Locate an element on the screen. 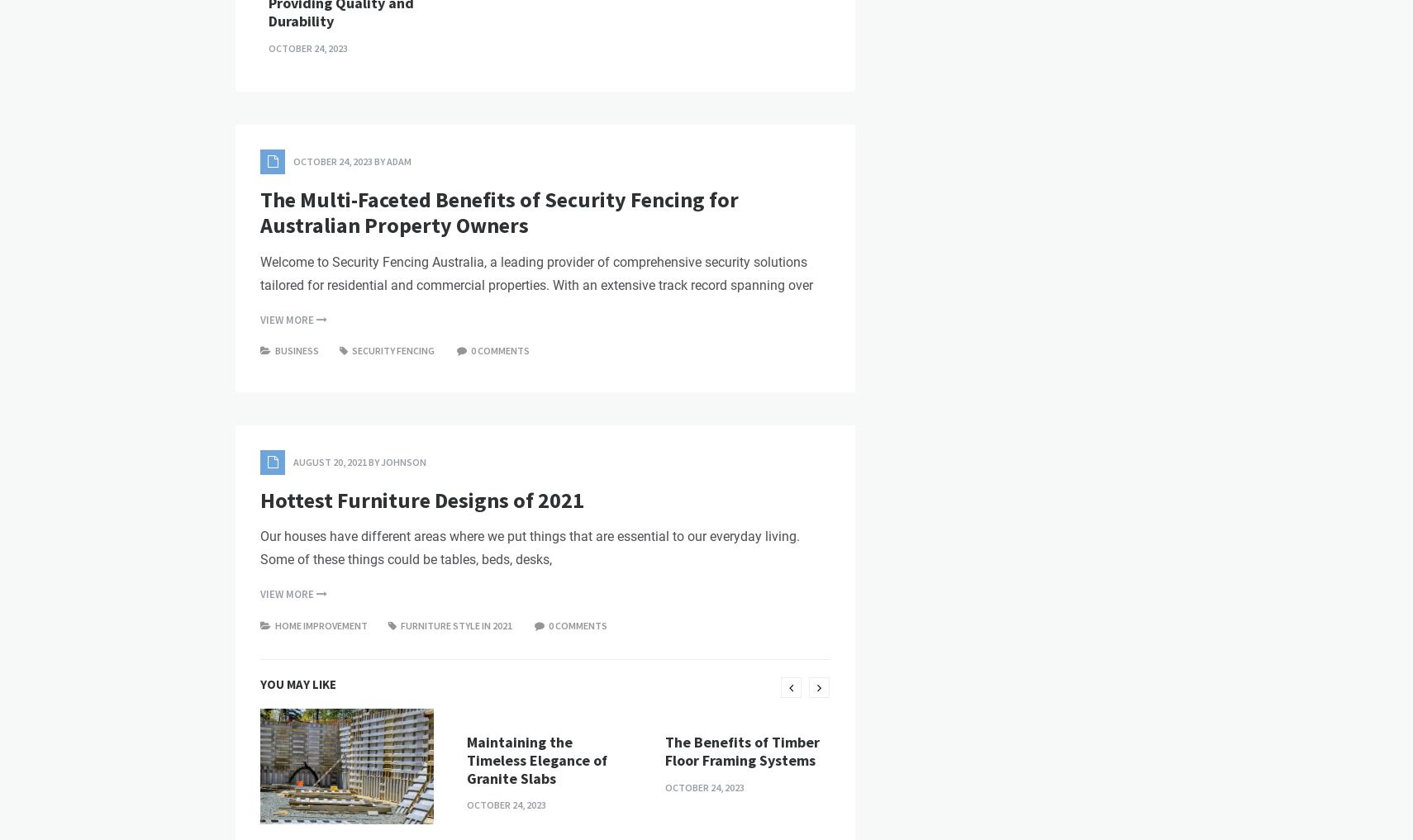  'Adam' is located at coordinates (399, 443).